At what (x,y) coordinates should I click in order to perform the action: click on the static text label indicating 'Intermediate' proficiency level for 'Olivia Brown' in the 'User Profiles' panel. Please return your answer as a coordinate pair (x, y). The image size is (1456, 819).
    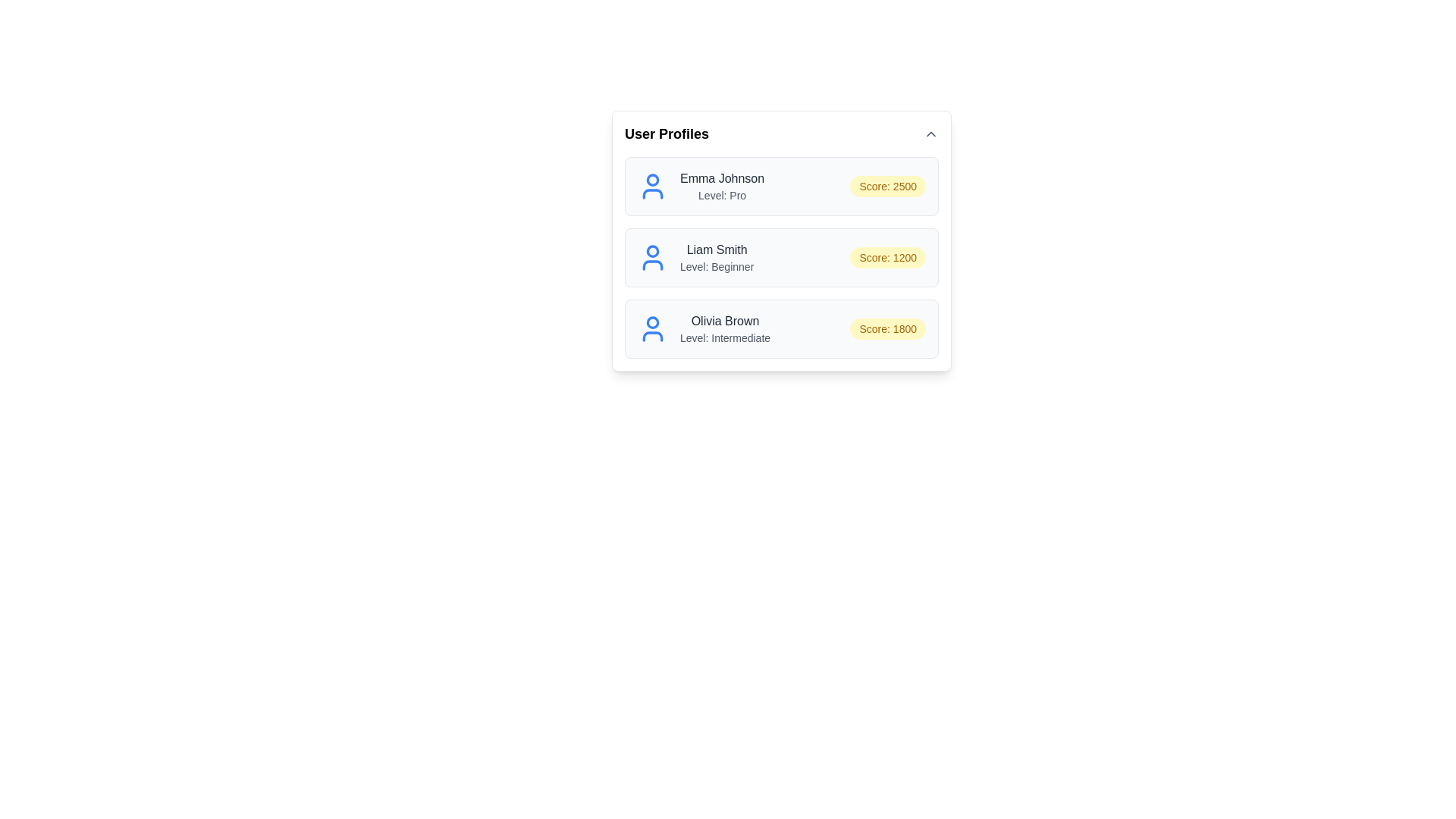
    Looking at the image, I should click on (724, 337).